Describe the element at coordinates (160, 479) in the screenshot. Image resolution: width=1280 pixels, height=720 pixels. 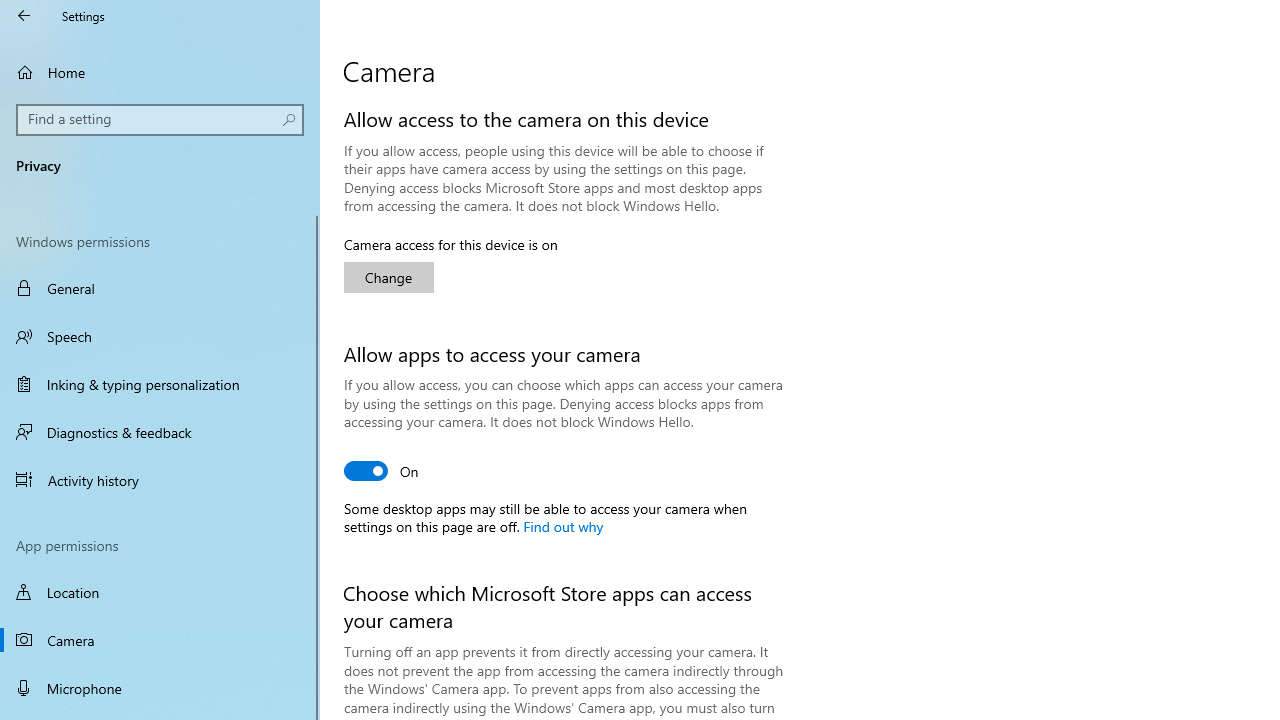
I see `'Activity history'` at that location.